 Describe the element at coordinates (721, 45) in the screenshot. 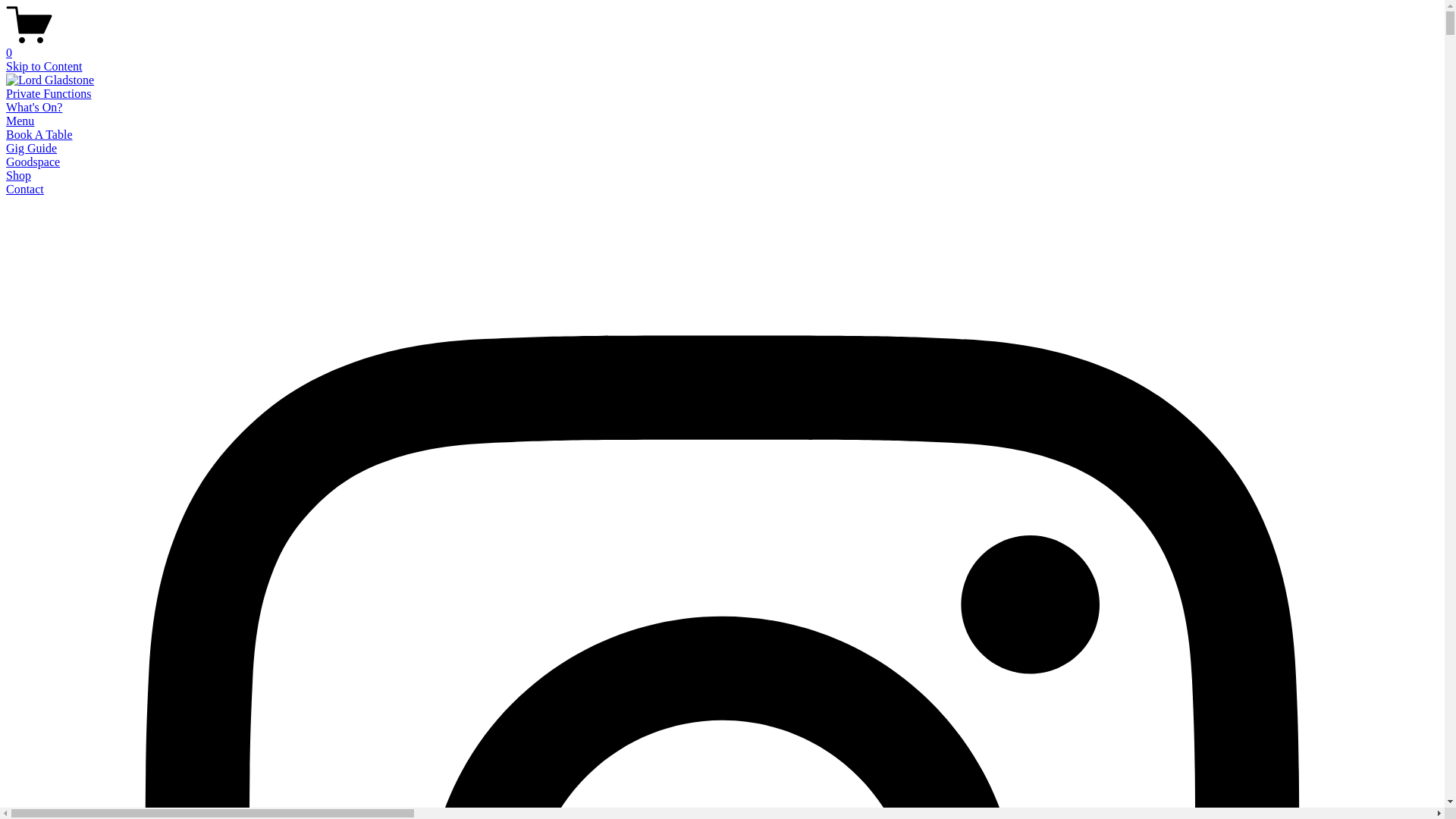

I see `'0'` at that location.